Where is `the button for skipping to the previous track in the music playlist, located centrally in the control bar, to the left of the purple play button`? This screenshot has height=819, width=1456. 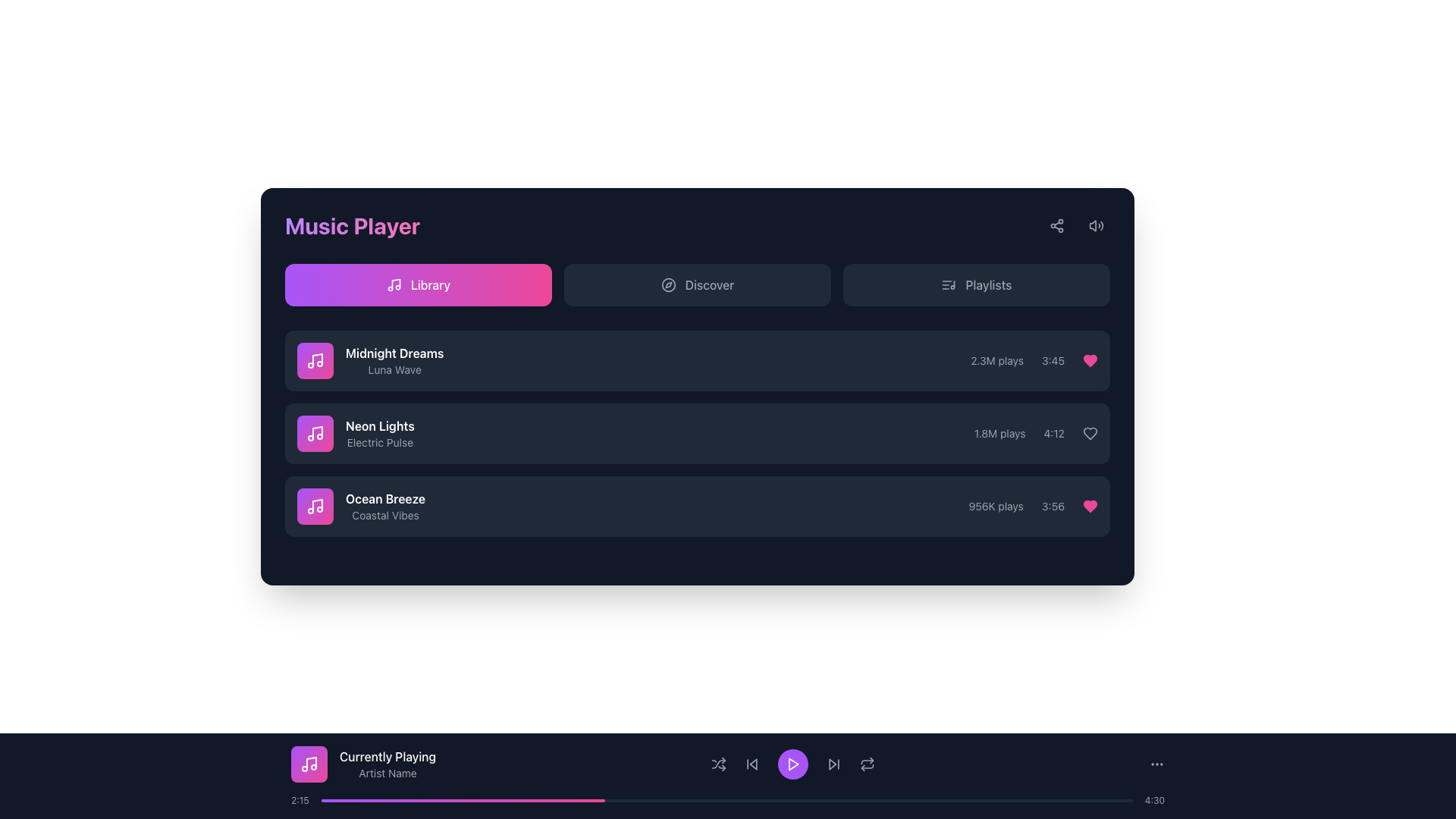 the button for skipping to the previous track in the music playlist, located centrally in the control bar, to the left of the purple play button is located at coordinates (752, 764).